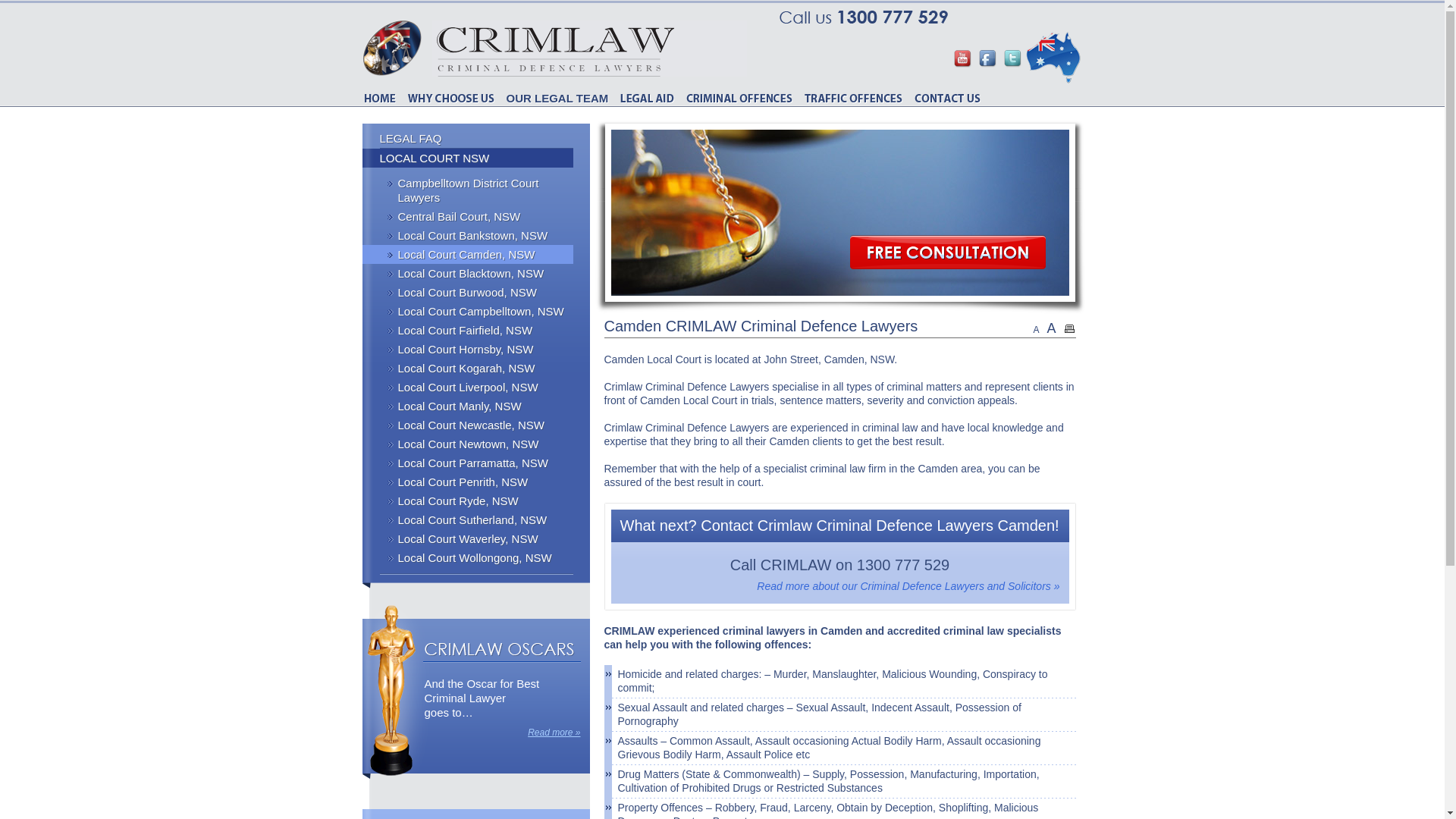 The width and height of the screenshot is (1456, 819). What do you see at coordinates (467, 292) in the screenshot?
I see `'Local Court Burwood, NSW'` at bounding box center [467, 292].